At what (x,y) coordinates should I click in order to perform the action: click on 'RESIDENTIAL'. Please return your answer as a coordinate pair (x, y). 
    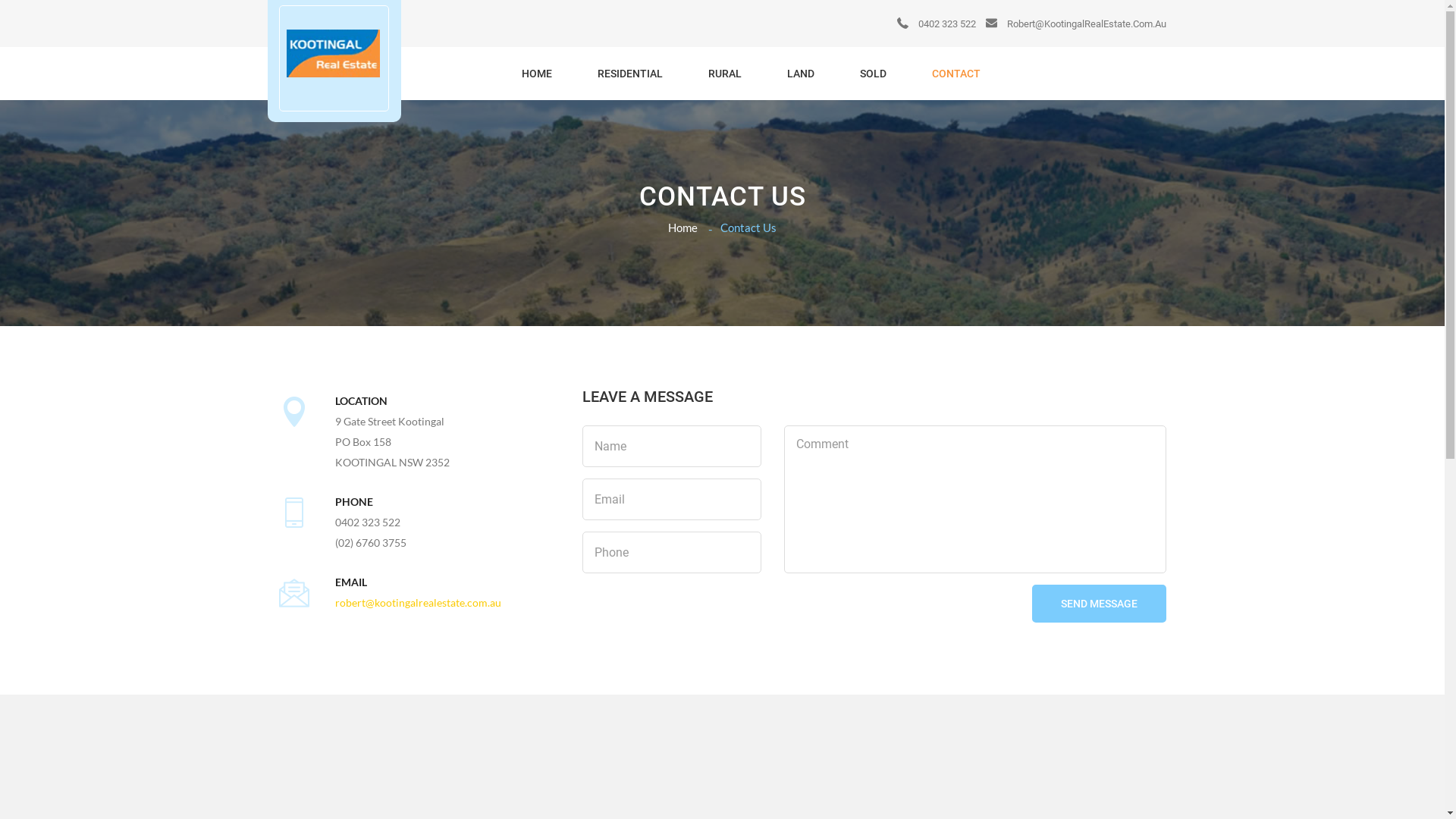
    Looking at the image, I should click on (629, 73).